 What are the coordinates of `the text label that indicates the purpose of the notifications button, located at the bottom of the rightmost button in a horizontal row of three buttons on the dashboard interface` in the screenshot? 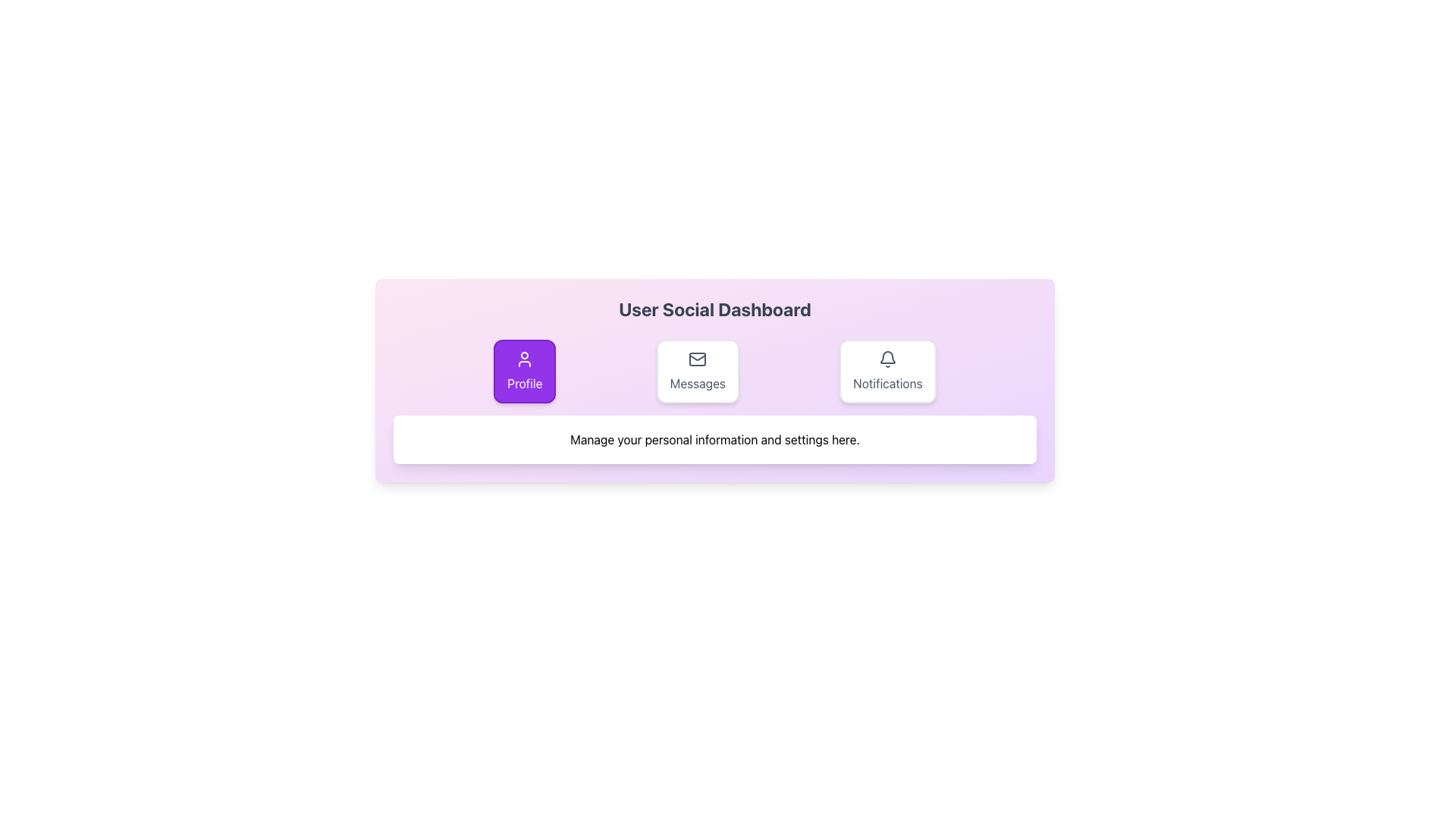 It's located at (888, 382).